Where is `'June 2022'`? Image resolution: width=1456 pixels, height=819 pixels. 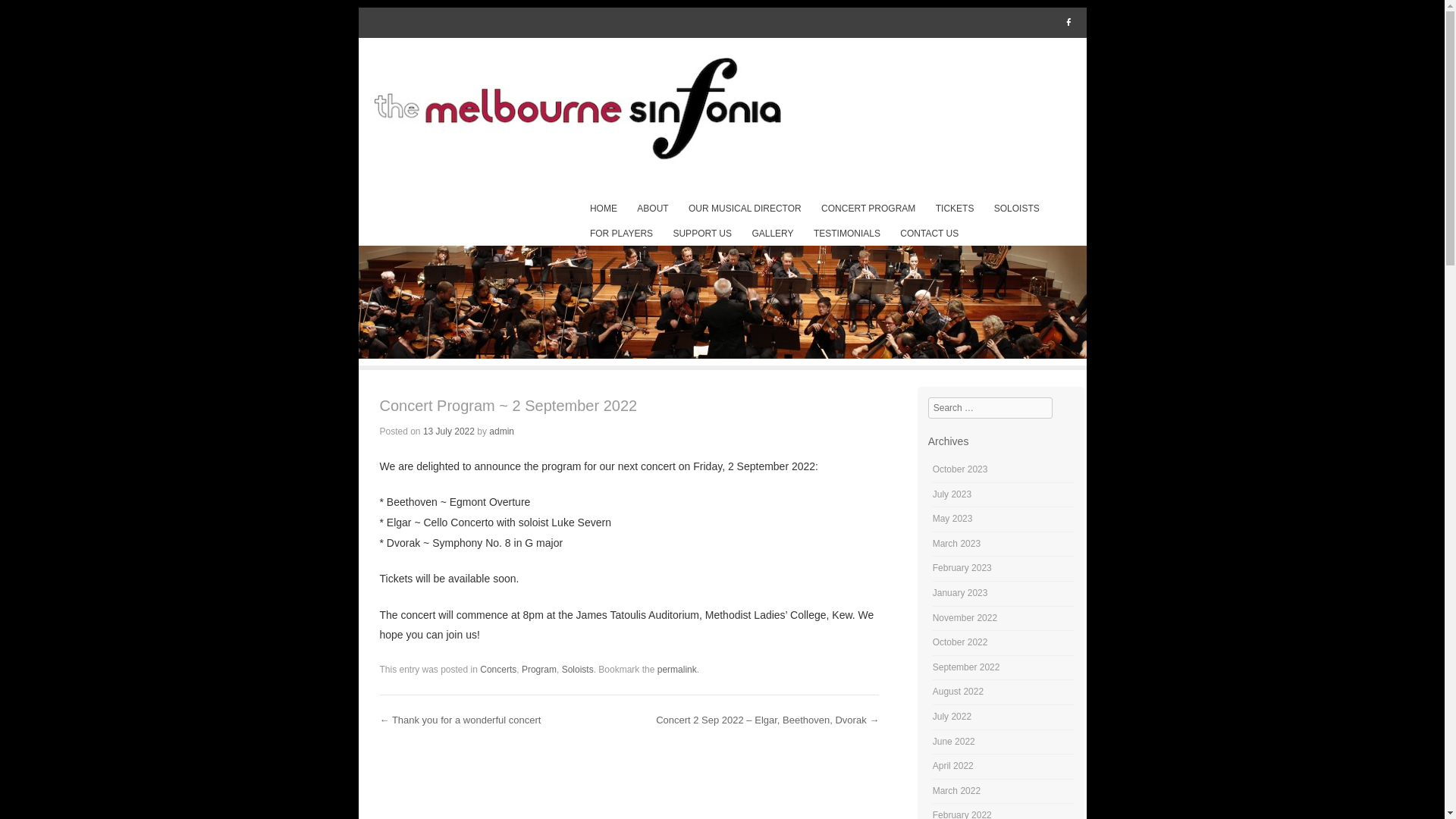 'June 2022' is located at coordinates (931, 741).